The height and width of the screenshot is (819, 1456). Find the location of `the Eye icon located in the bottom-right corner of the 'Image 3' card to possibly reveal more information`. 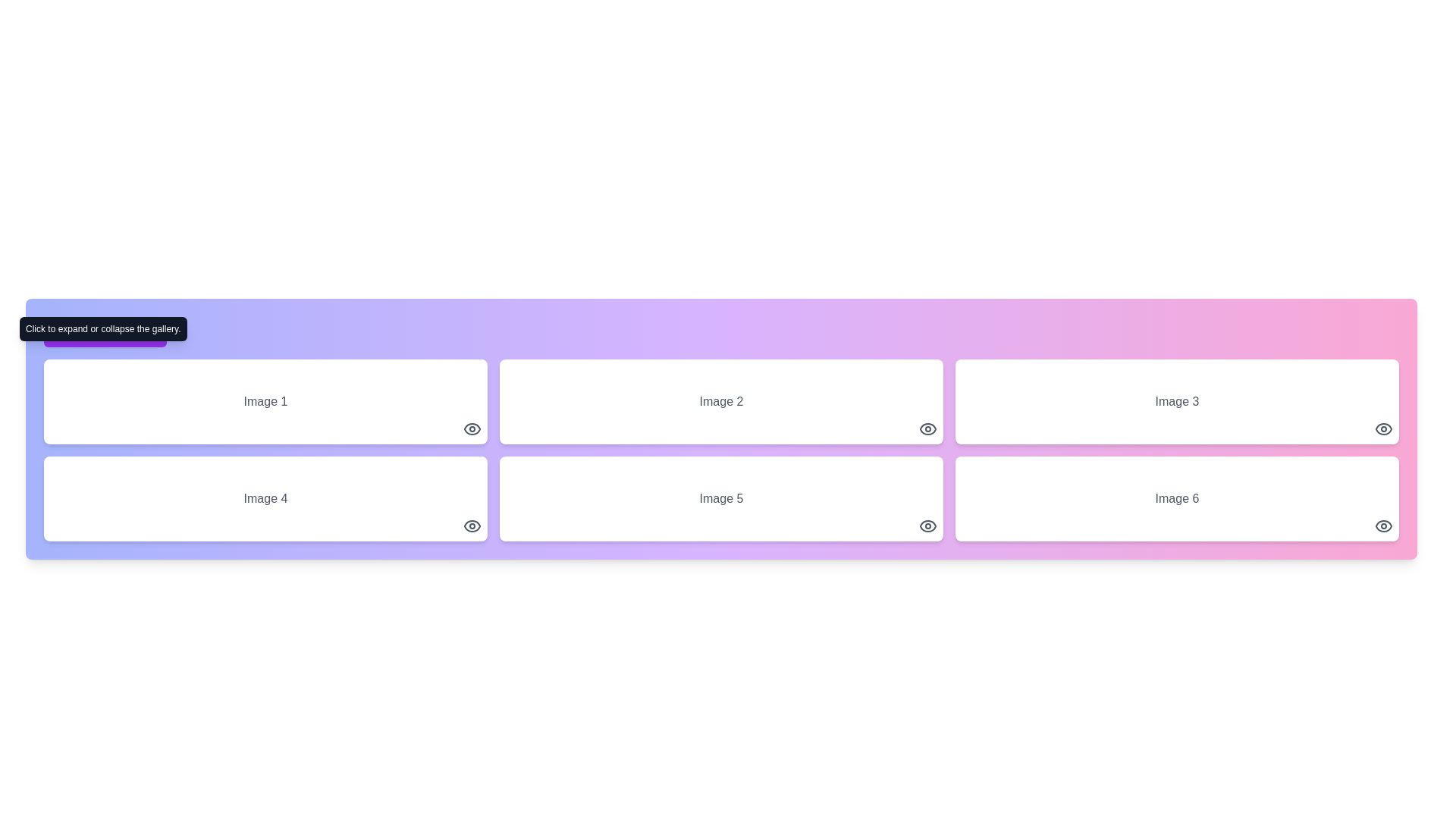

the Eye icon located in the bottom-right corner of the 'Image 3' card to possibly reveal more information is located at coordinates (1383, 429).